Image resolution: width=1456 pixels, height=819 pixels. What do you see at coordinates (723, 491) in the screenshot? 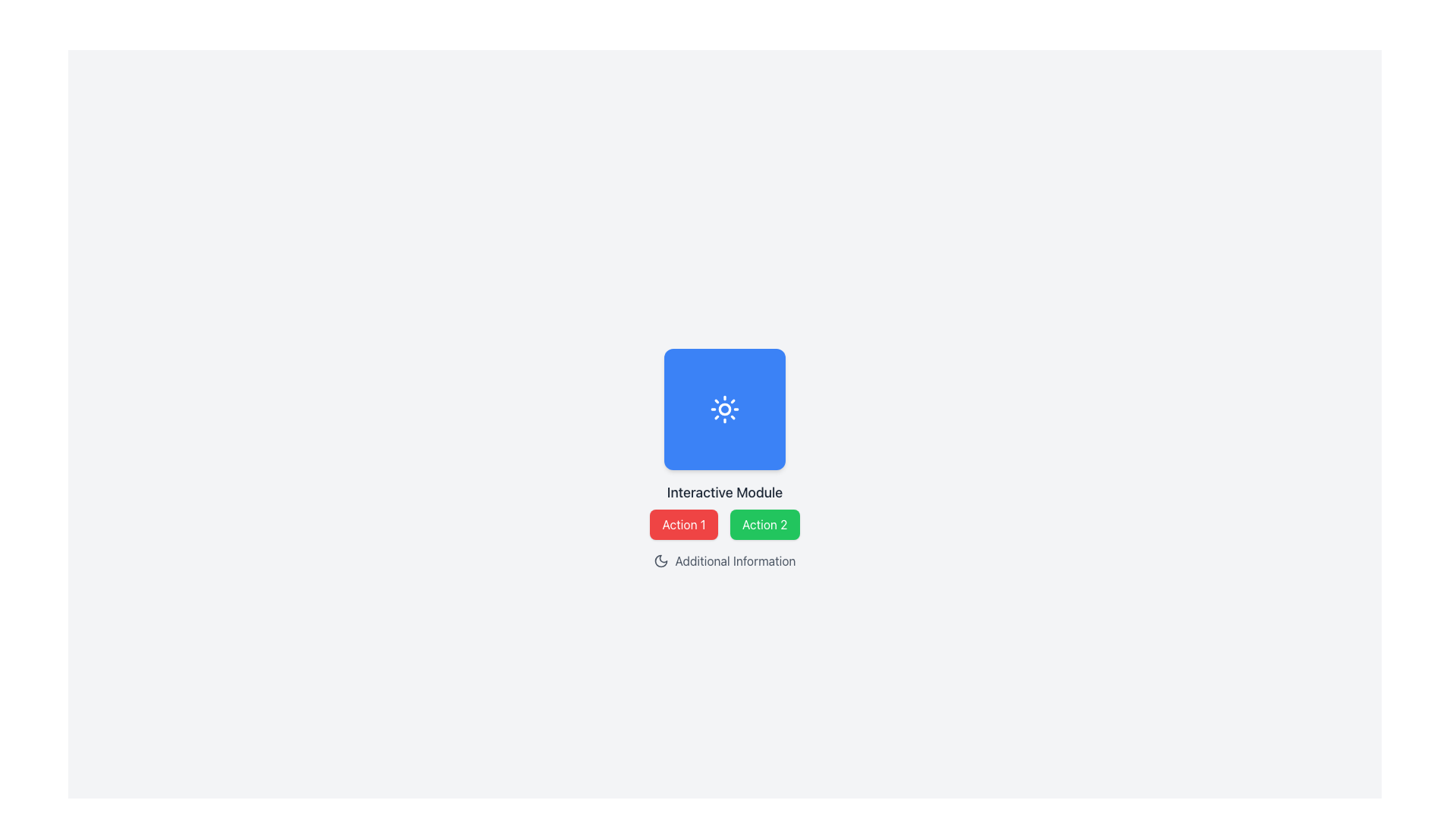
I see `the text label reading 'Interactive Module', which is styled in medium-large bold font and is centrally positioned in the layout, below a blue square icon and above two buttons labeled 'Action 1' and 'Action 2'` at bounding box center [723, 491].